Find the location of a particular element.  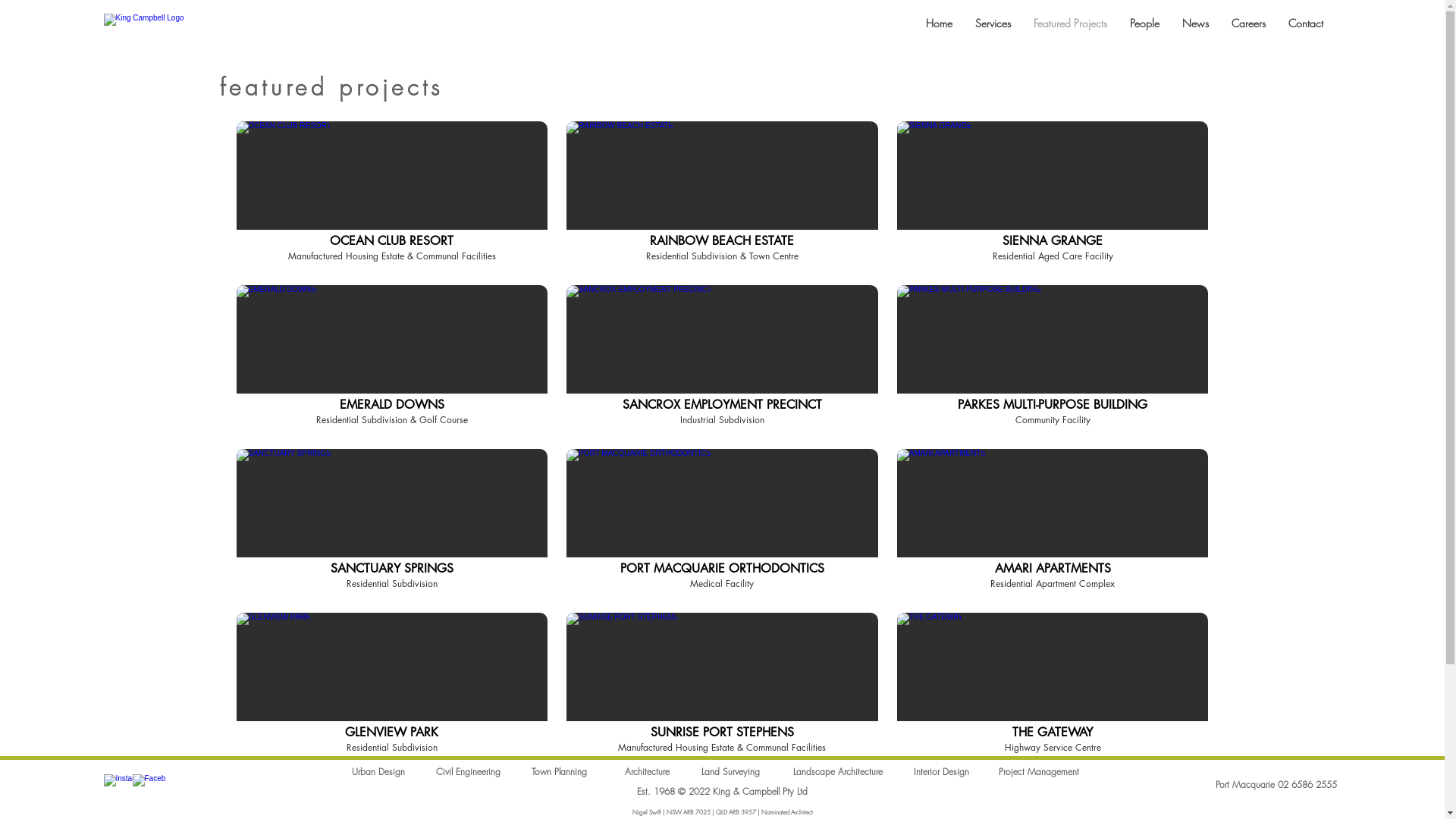

'Careers' is located at coordinates (1247, 23).